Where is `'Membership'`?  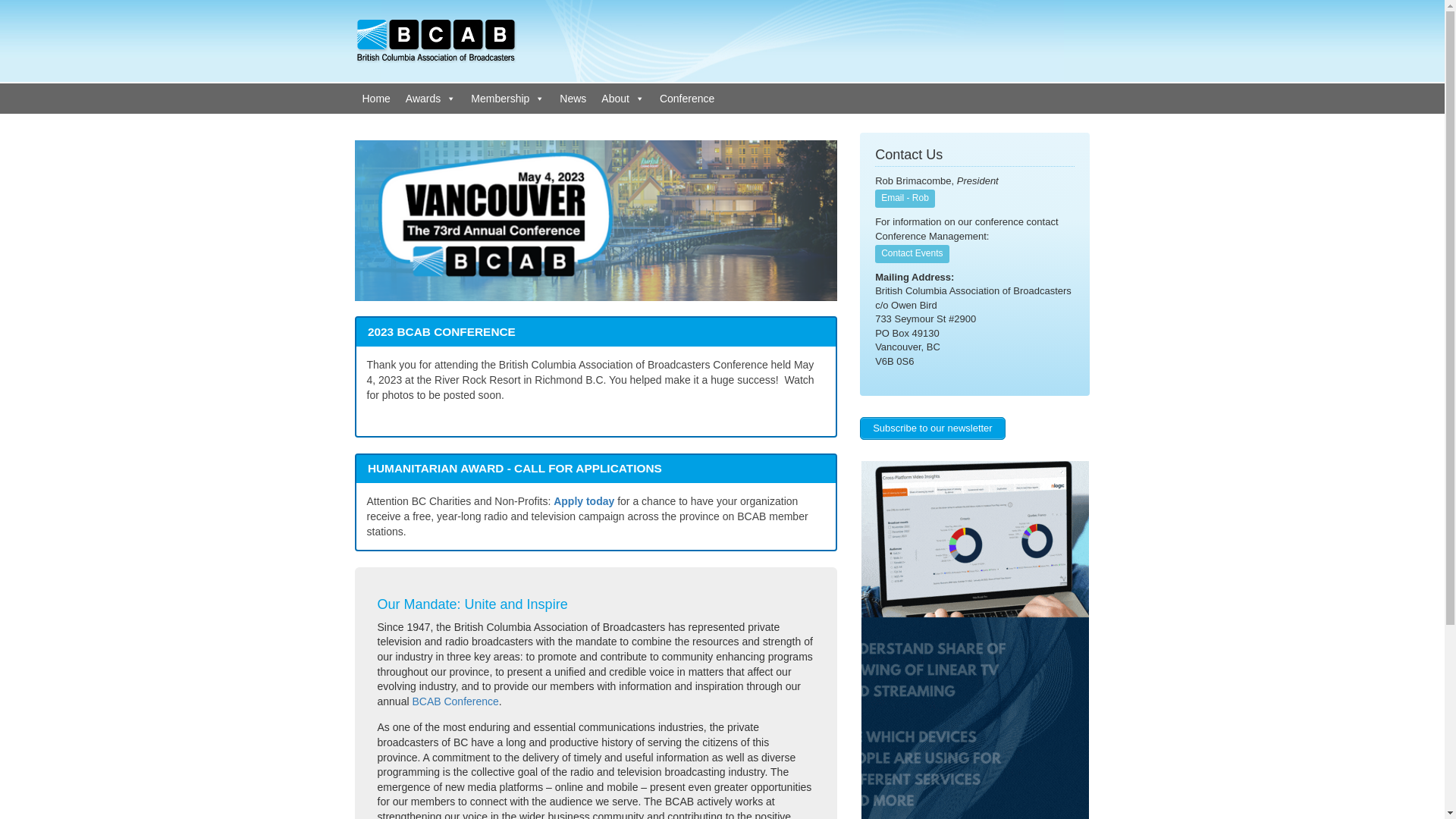 'Membership' is located at coordinates (462, 99).